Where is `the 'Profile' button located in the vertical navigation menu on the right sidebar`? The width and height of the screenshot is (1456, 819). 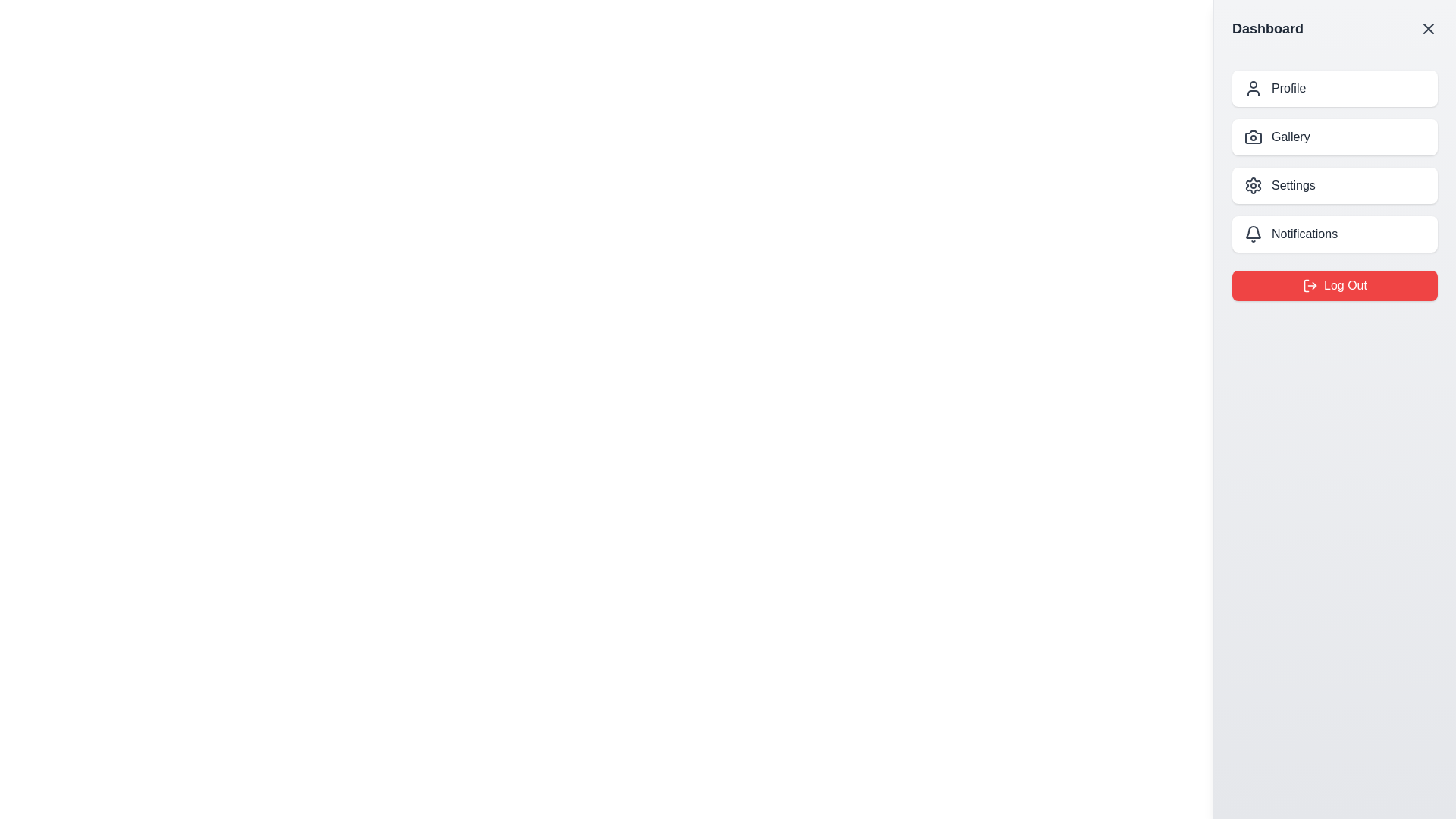 the 'Profile' button located in the vertical navigation menu on the right sidebar is located at coordinates (1335, 88).